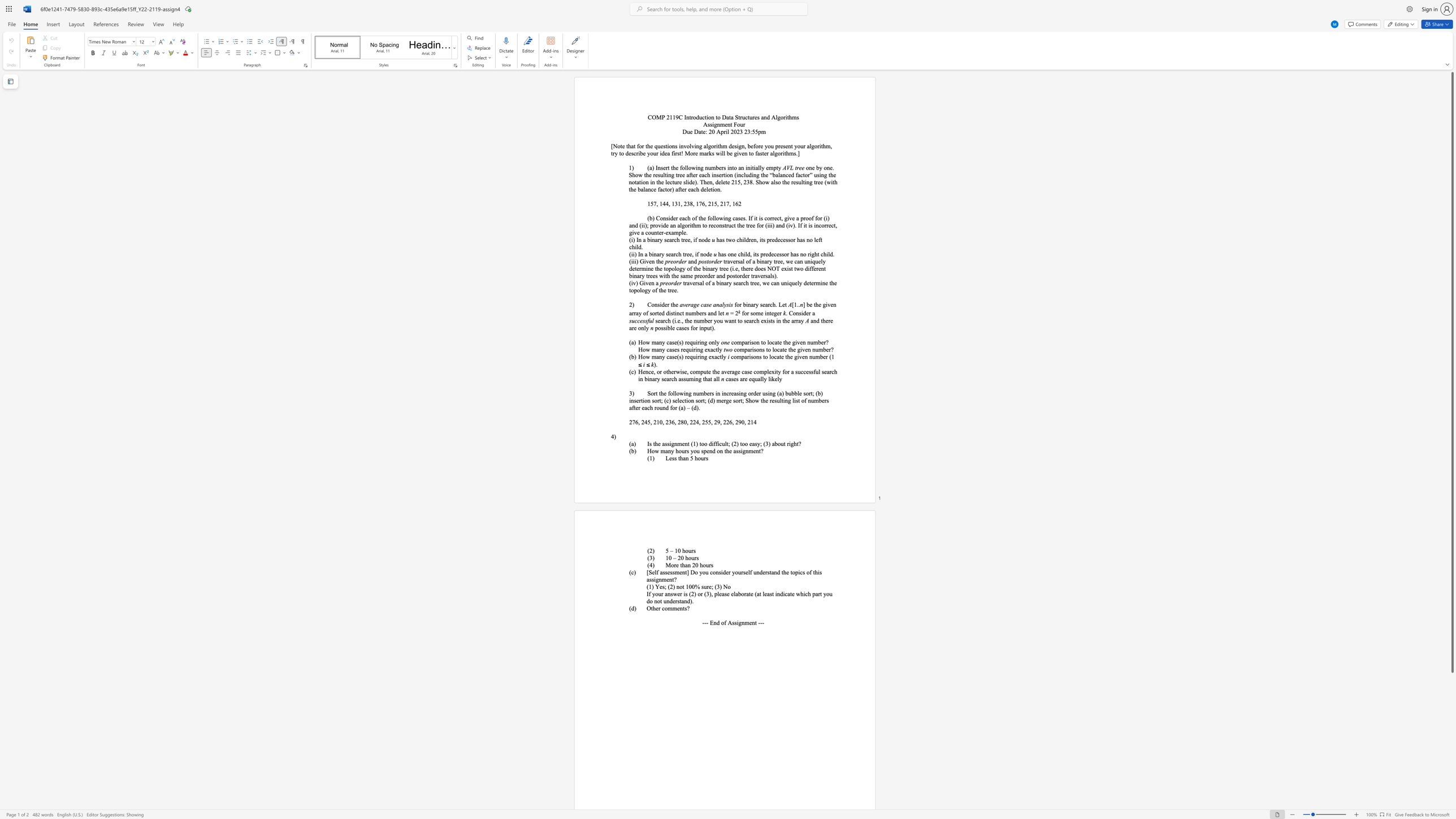  I want to click on the 2th character "o" in the text, so click(653, 313).